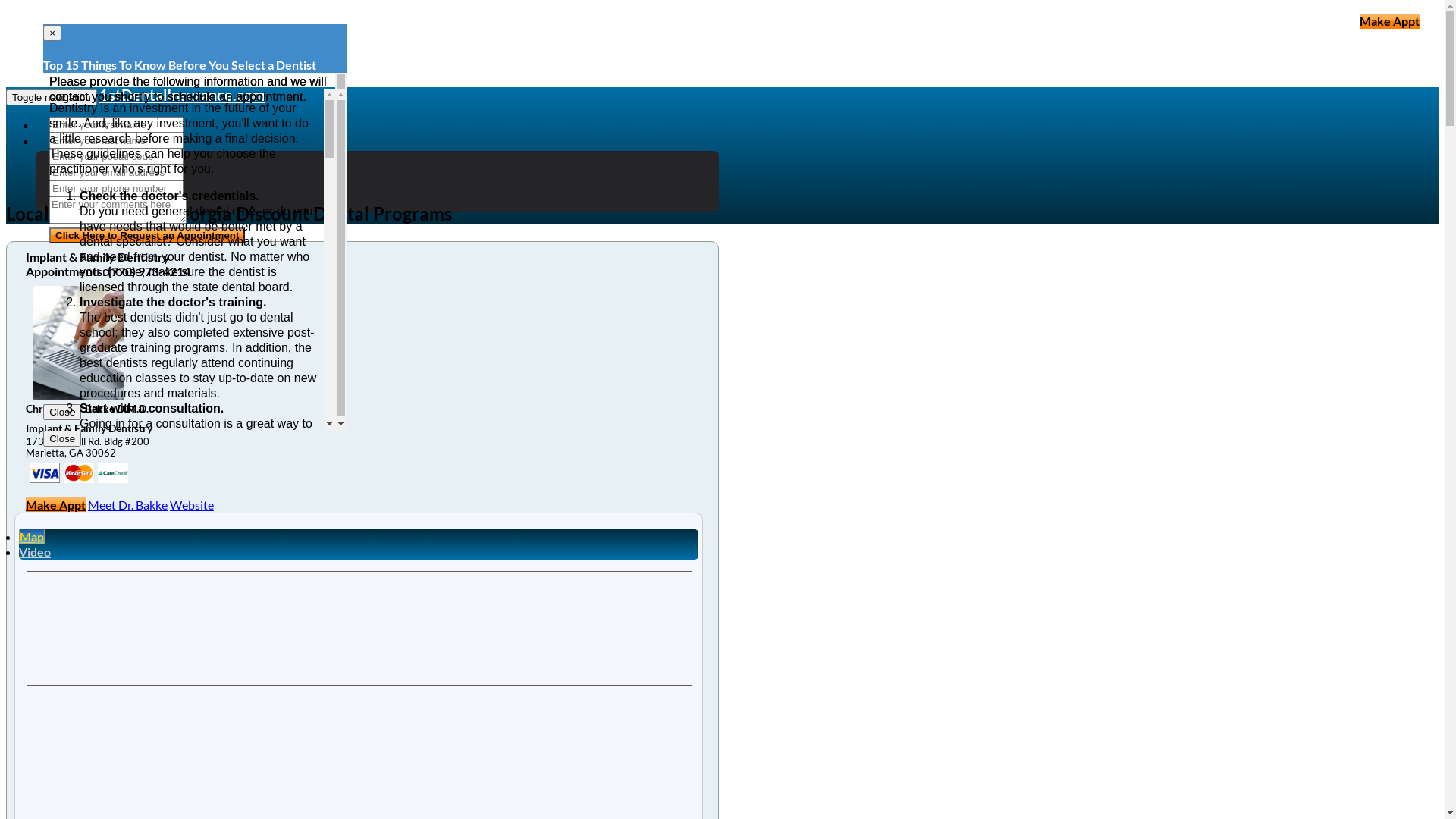 The image size is (1456, 819). Describe the element at coordinates (61, 124) in the screenshot. I see `'Home'` at that location.